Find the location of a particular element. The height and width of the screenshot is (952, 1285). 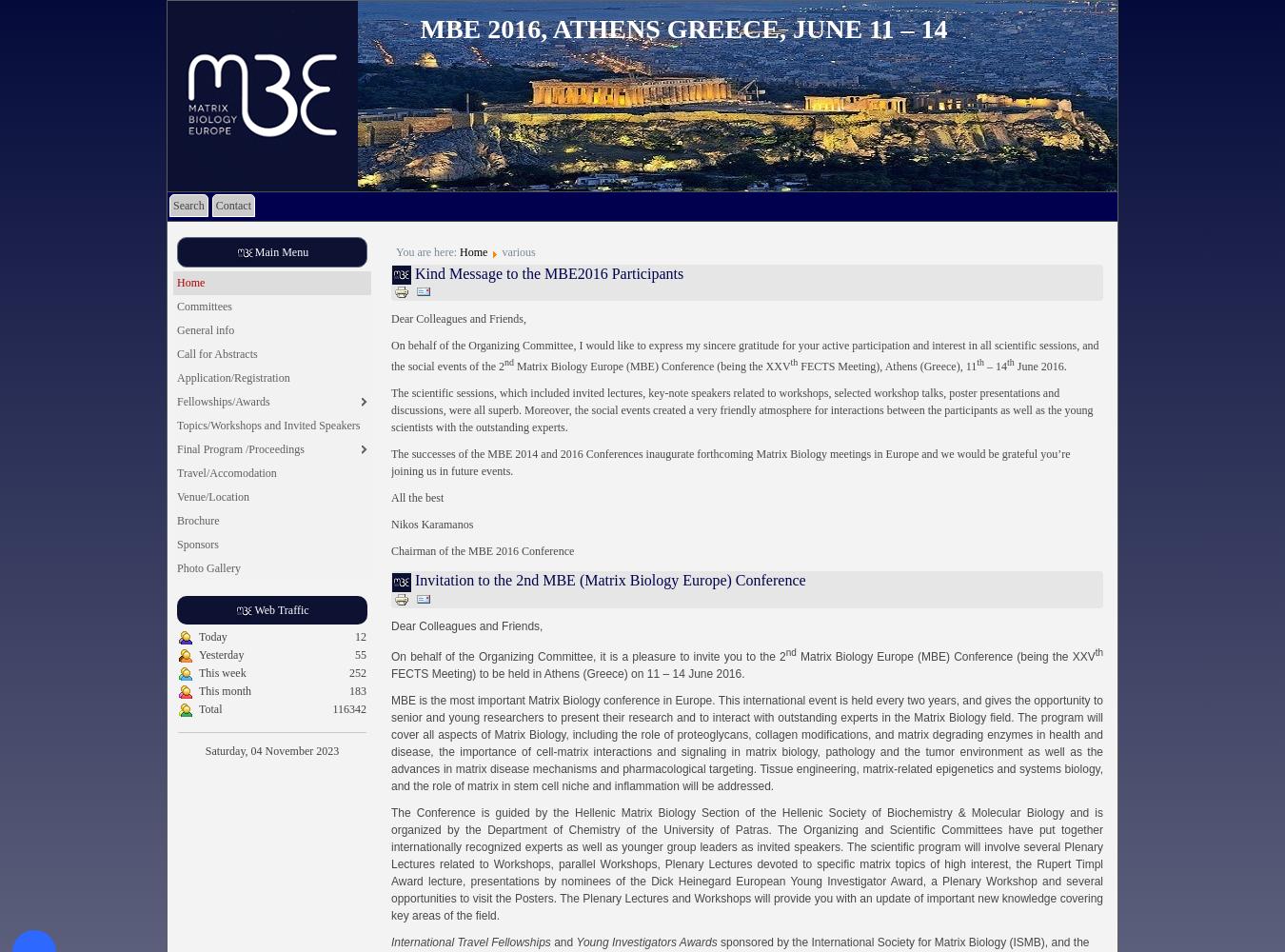

'Application/Registration' is located at coordinates (232, 378).